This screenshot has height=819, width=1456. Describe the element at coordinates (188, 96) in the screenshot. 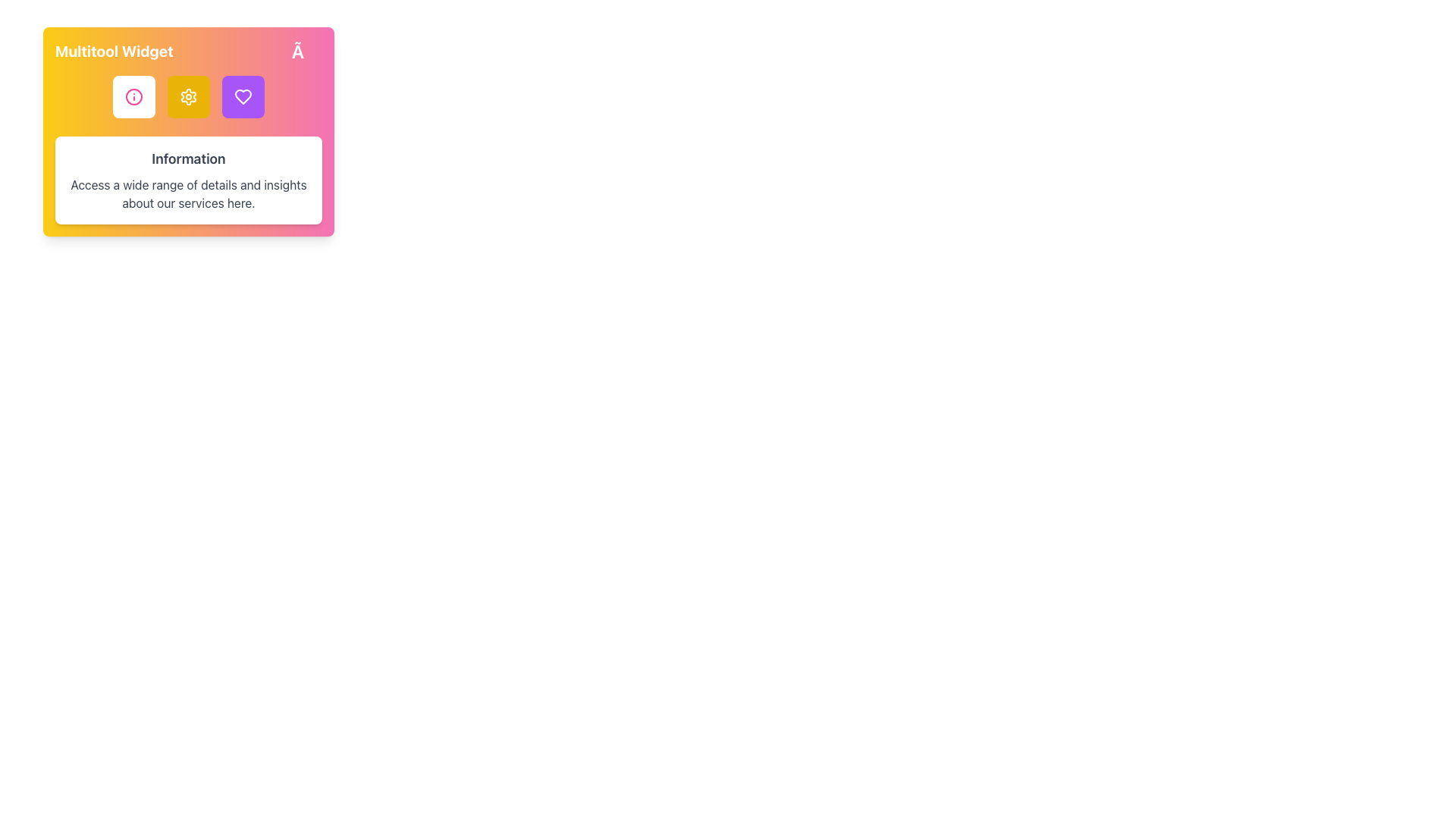

I see `the settings icon, which is the second icon from the left in a row of three icons at the top of a card` at that location.